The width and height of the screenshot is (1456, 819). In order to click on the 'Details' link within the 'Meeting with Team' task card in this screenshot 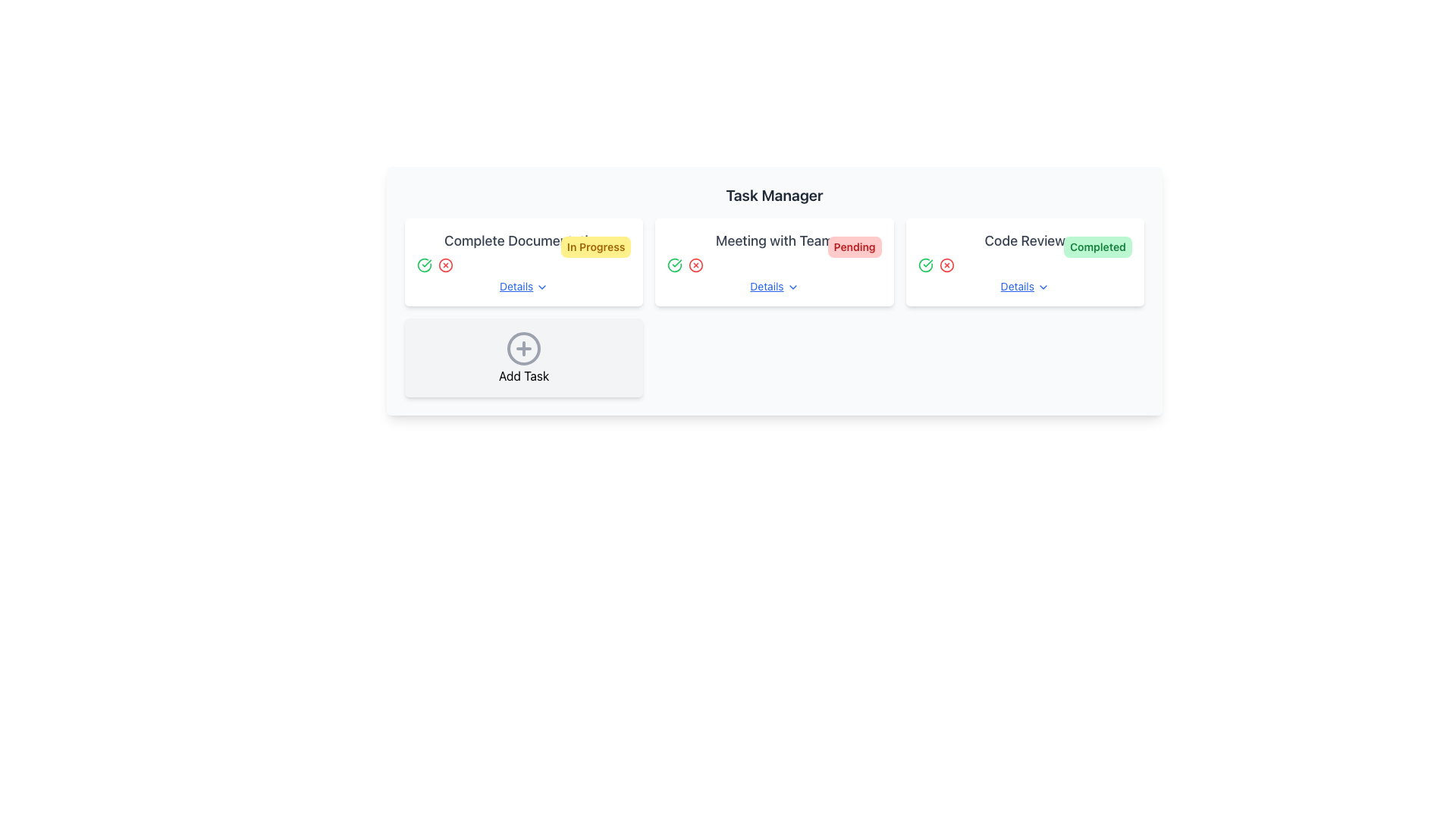, I will do `click(774, 262)`.